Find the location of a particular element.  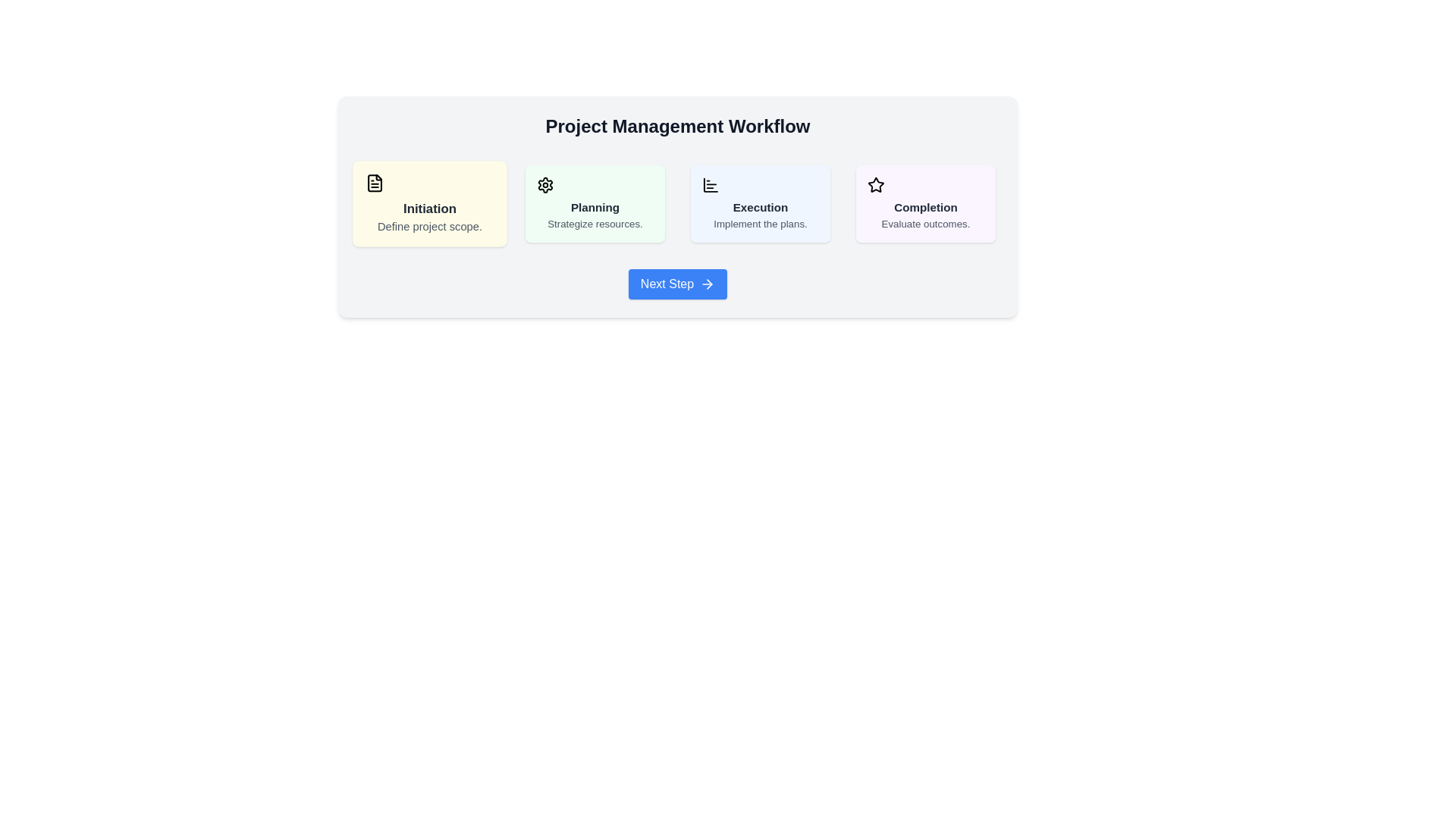

the 'Next Step' button, which is a horizontally rectangular button with a bright blue background and white text, located below the 'Execution' and 'Completion' cards in the 'Project Management Workflow' interface is located at coordinates (676, 284).